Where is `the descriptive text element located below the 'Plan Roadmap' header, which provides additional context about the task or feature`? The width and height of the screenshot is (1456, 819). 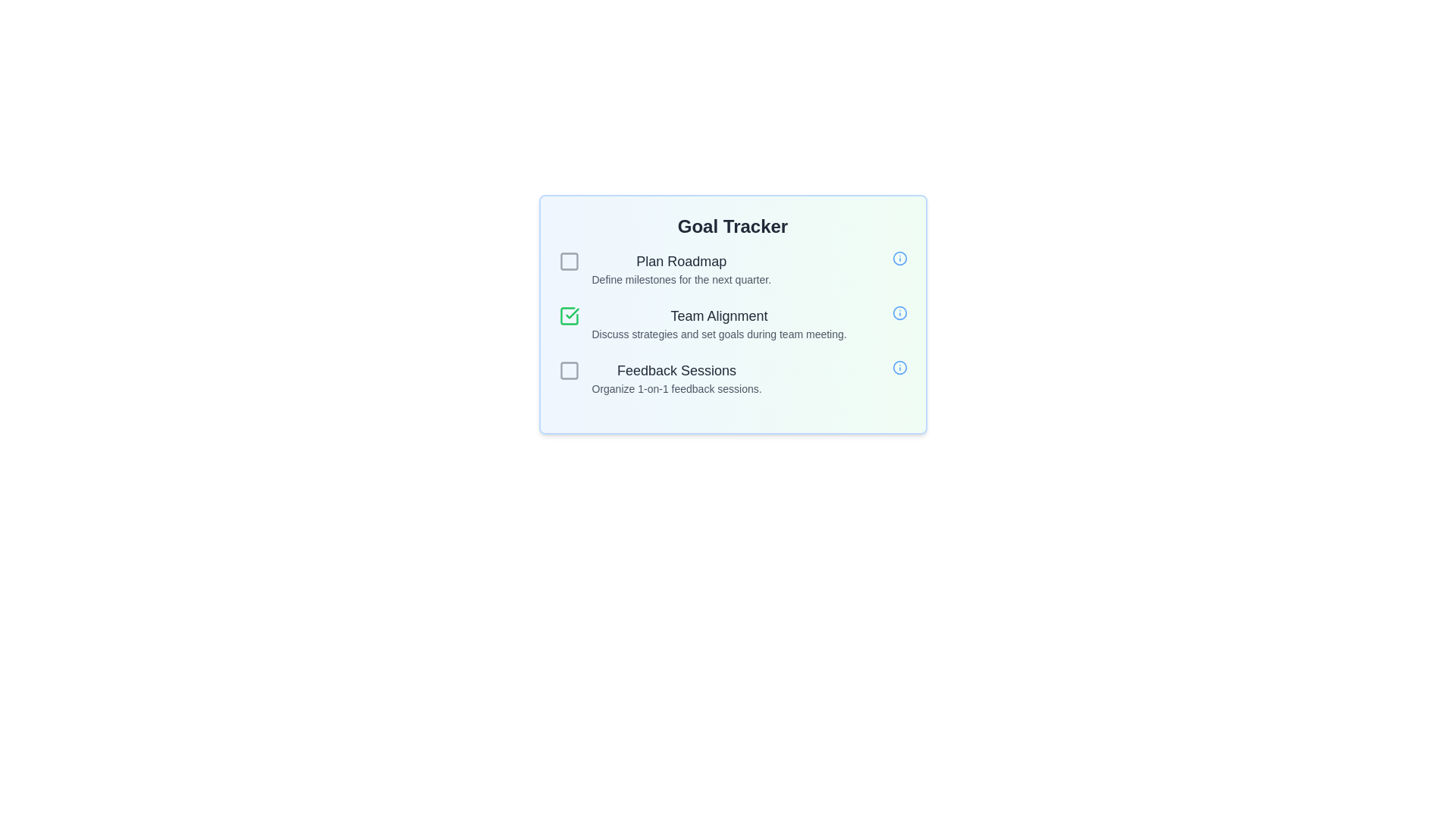
the descriptive text element located below the 'Plan Roadmap' header, which provides additional context about the task or feature is located at coordinates (680, 280).